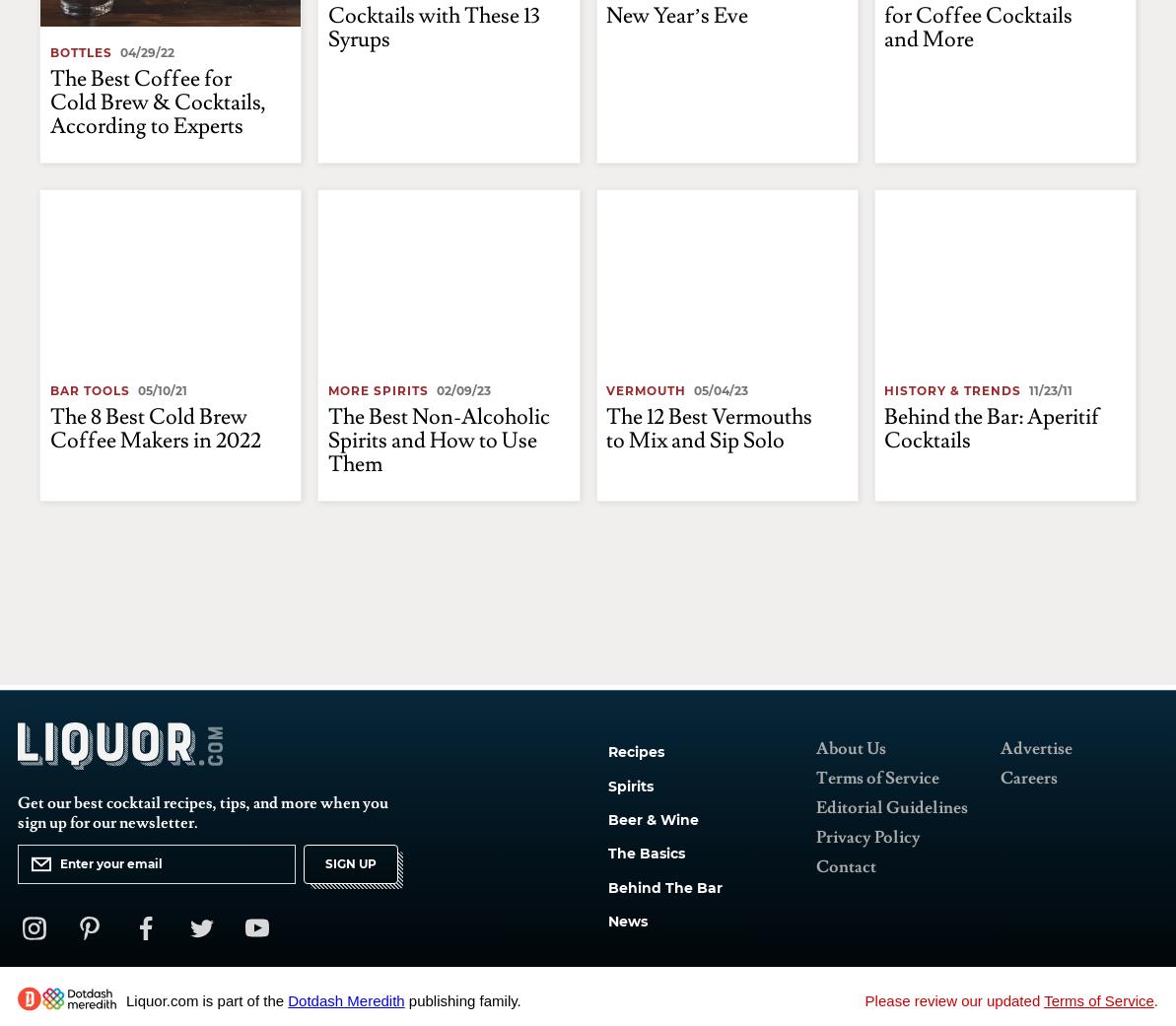 The width and height of the screenshot is (1176, 1026). Describe the element at coordinates (708, 427) in the screenshot. I see `'The 12 Best Vermouths to Mix and Sip Solo'` at that location.